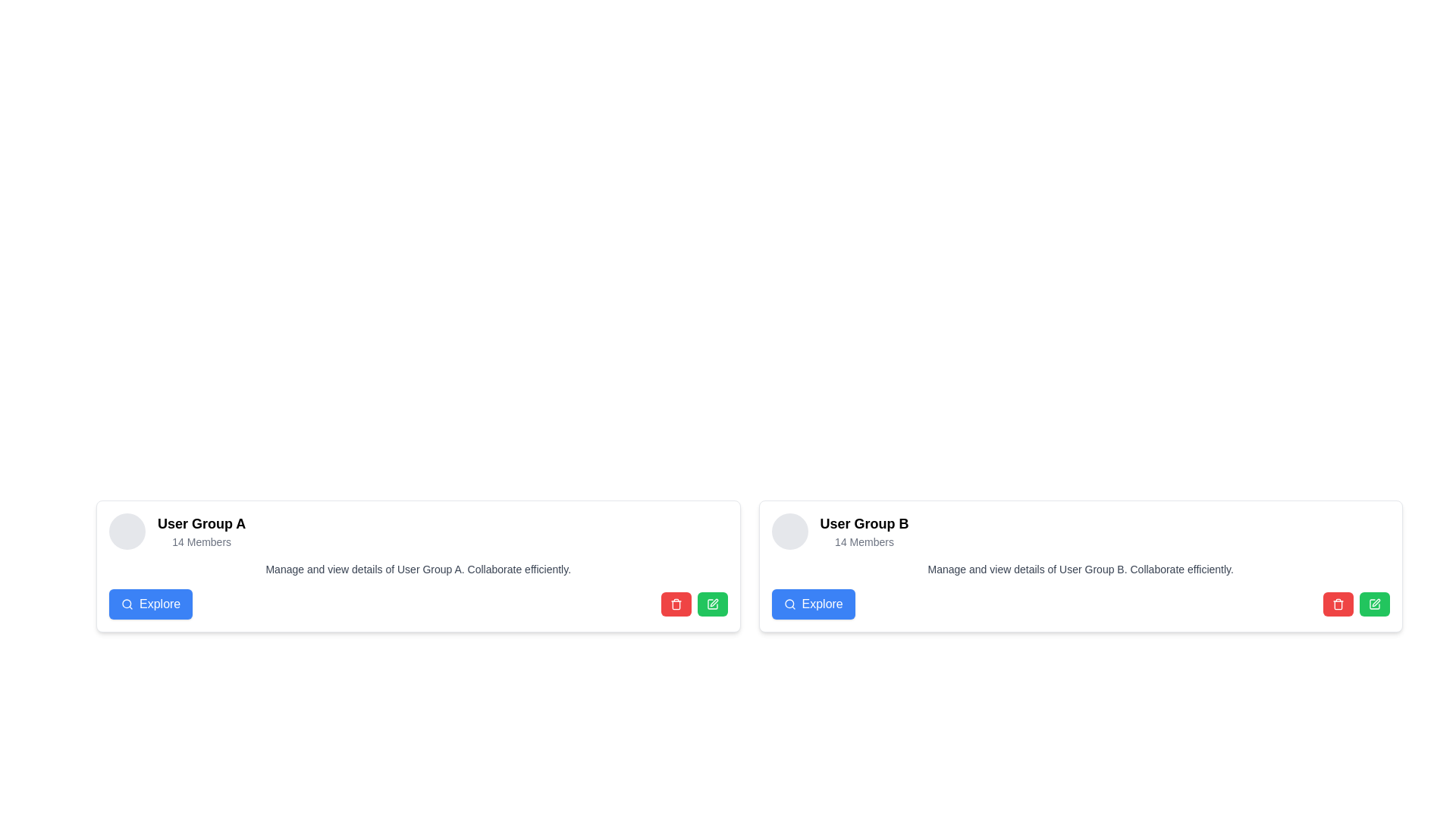 The image size is (1456, 819). I want to click on the text displaying the number of members associated with 'User Group B', located below the header within the right section of a card layout, so click(864, 541).